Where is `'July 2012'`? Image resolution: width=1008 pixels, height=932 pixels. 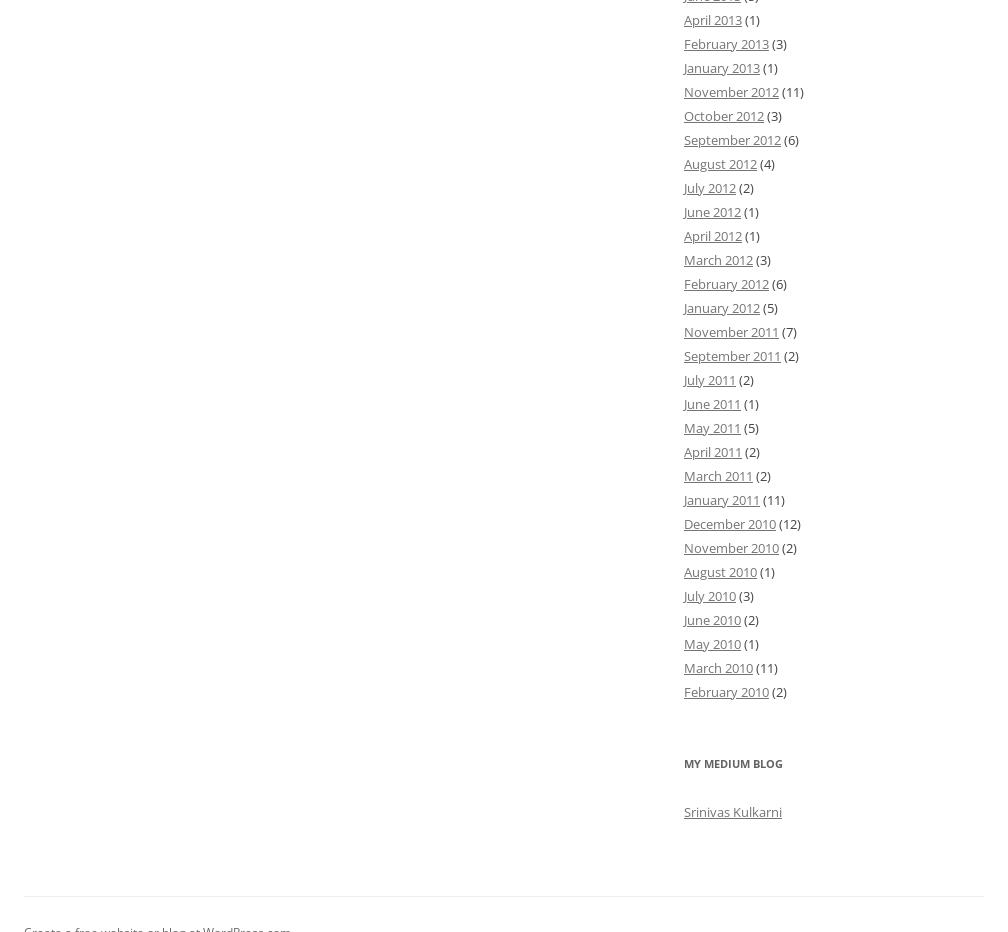 'July 2012' is located at coordinates (710, 186).